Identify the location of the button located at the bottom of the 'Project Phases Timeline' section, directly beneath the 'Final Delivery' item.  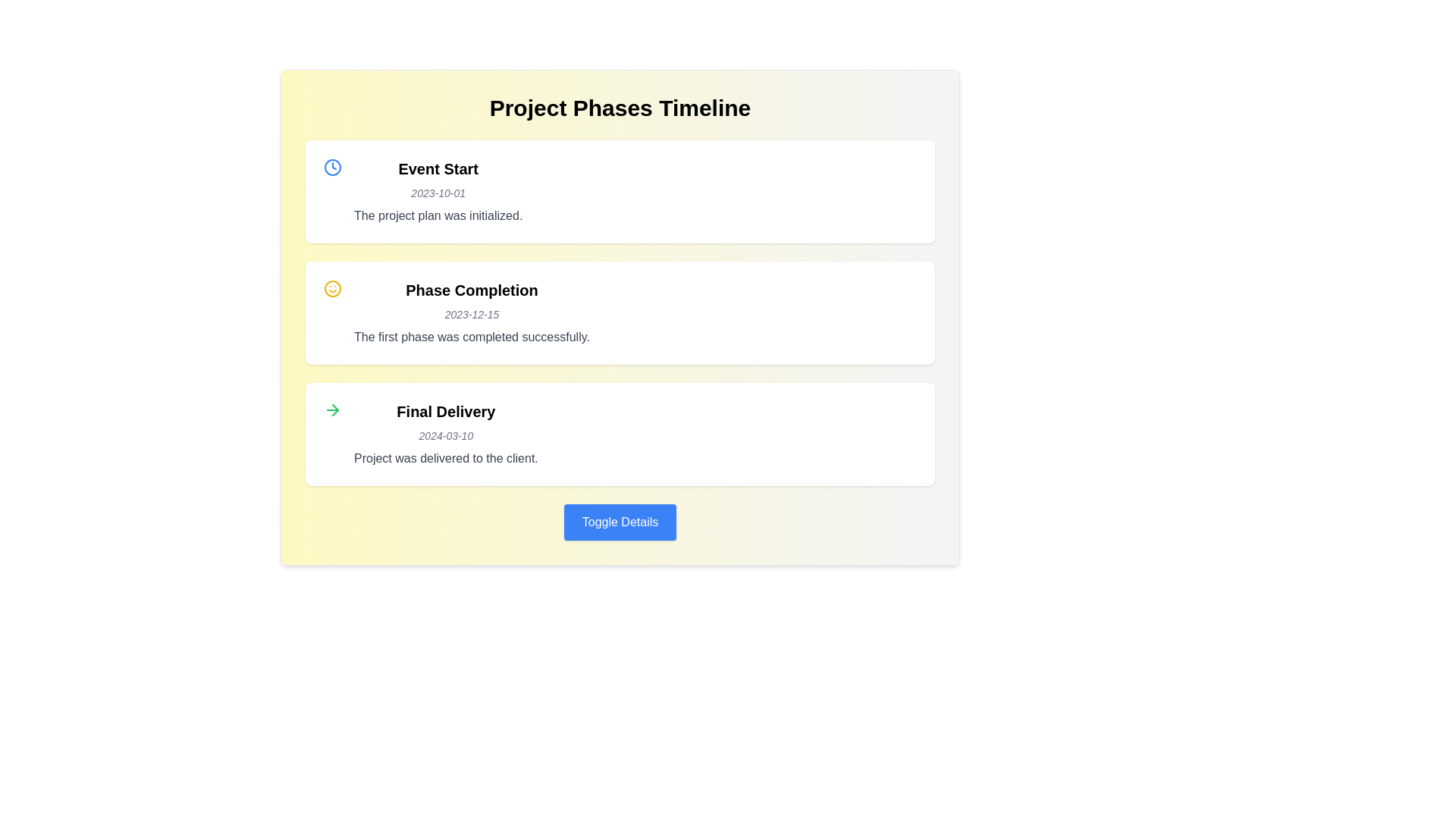
(620, 522).